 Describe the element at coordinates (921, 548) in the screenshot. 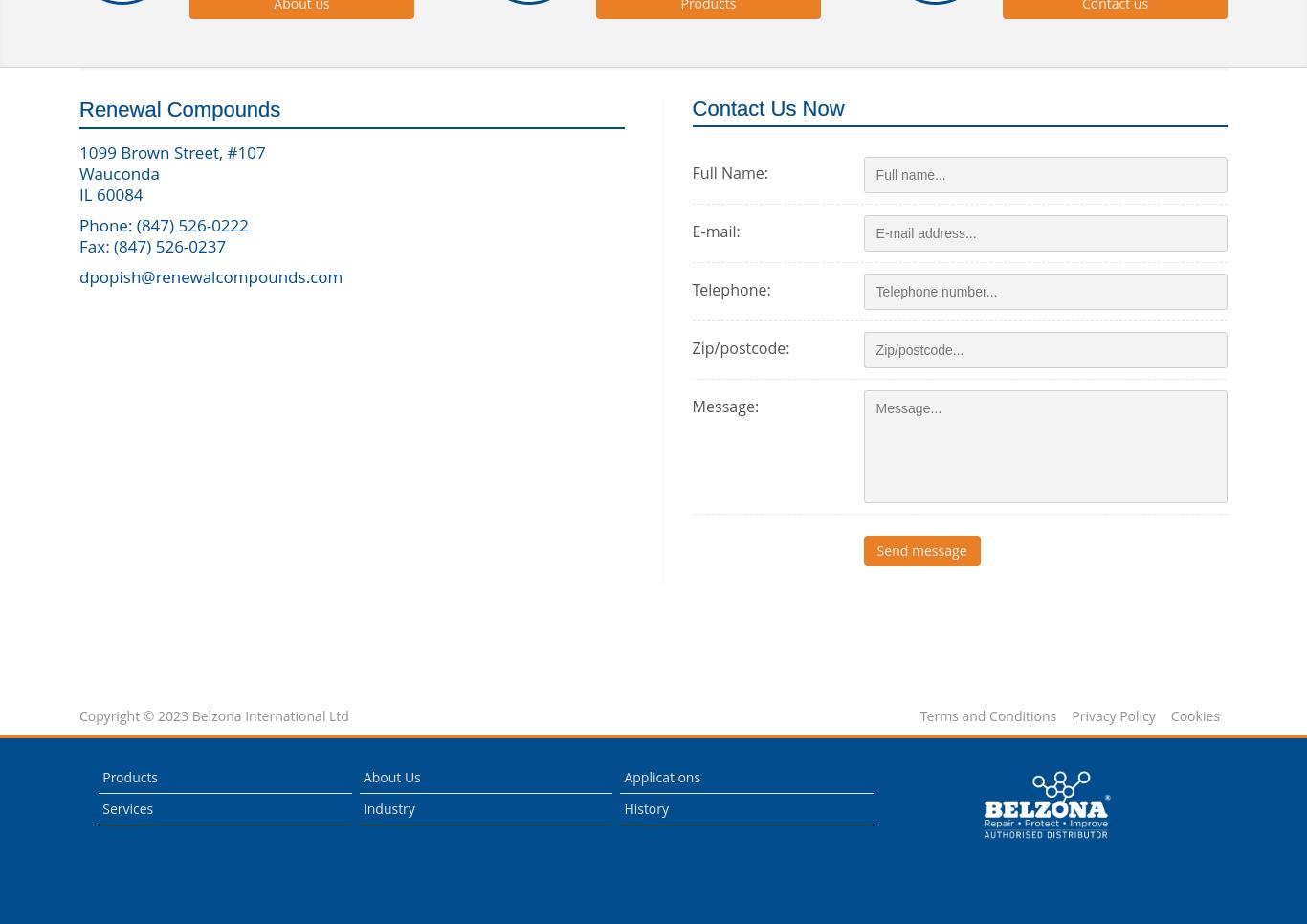

I see `'Send message'` at that location.